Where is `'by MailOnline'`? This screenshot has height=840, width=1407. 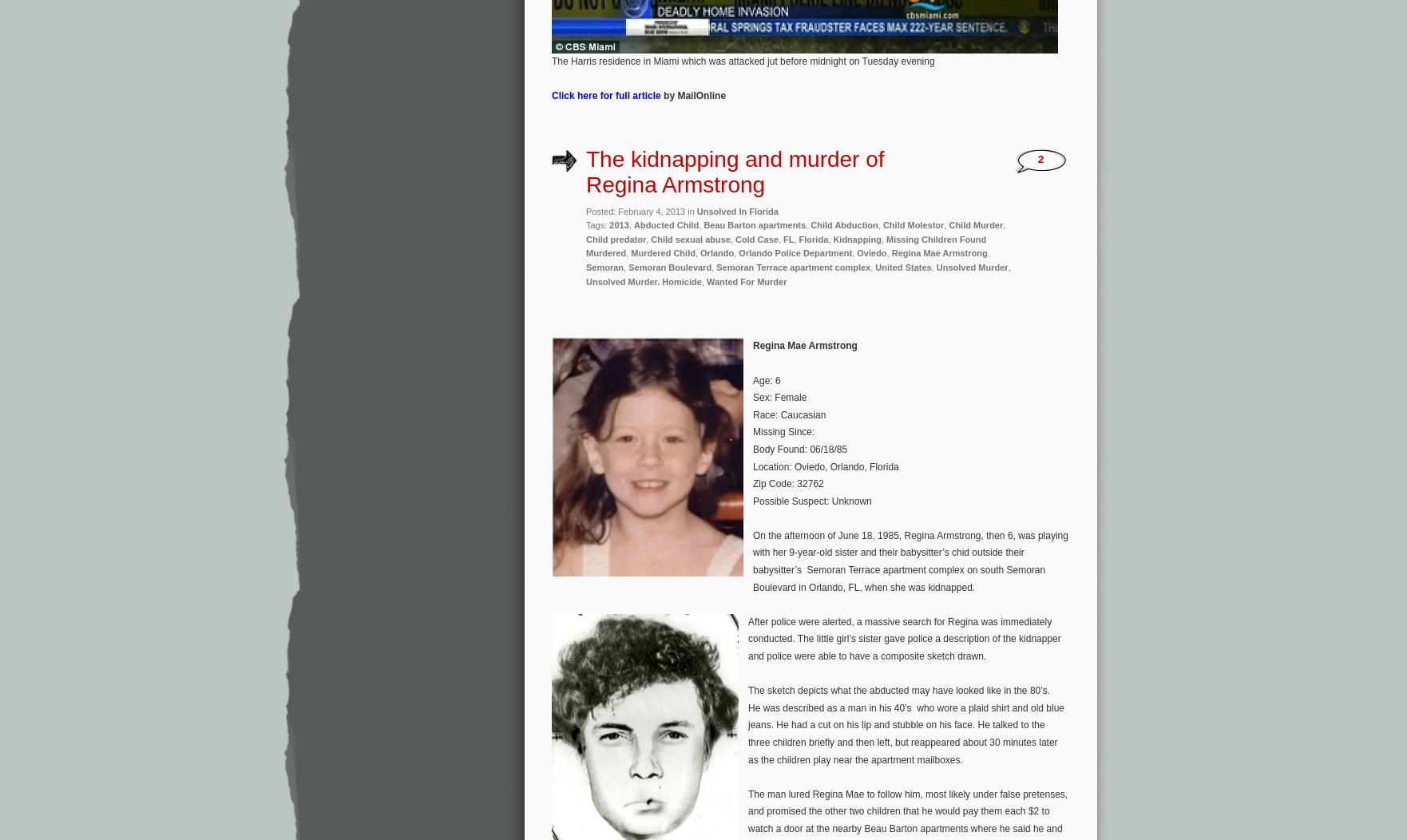 'by MailOnline' is located at coordinates (692, 96).